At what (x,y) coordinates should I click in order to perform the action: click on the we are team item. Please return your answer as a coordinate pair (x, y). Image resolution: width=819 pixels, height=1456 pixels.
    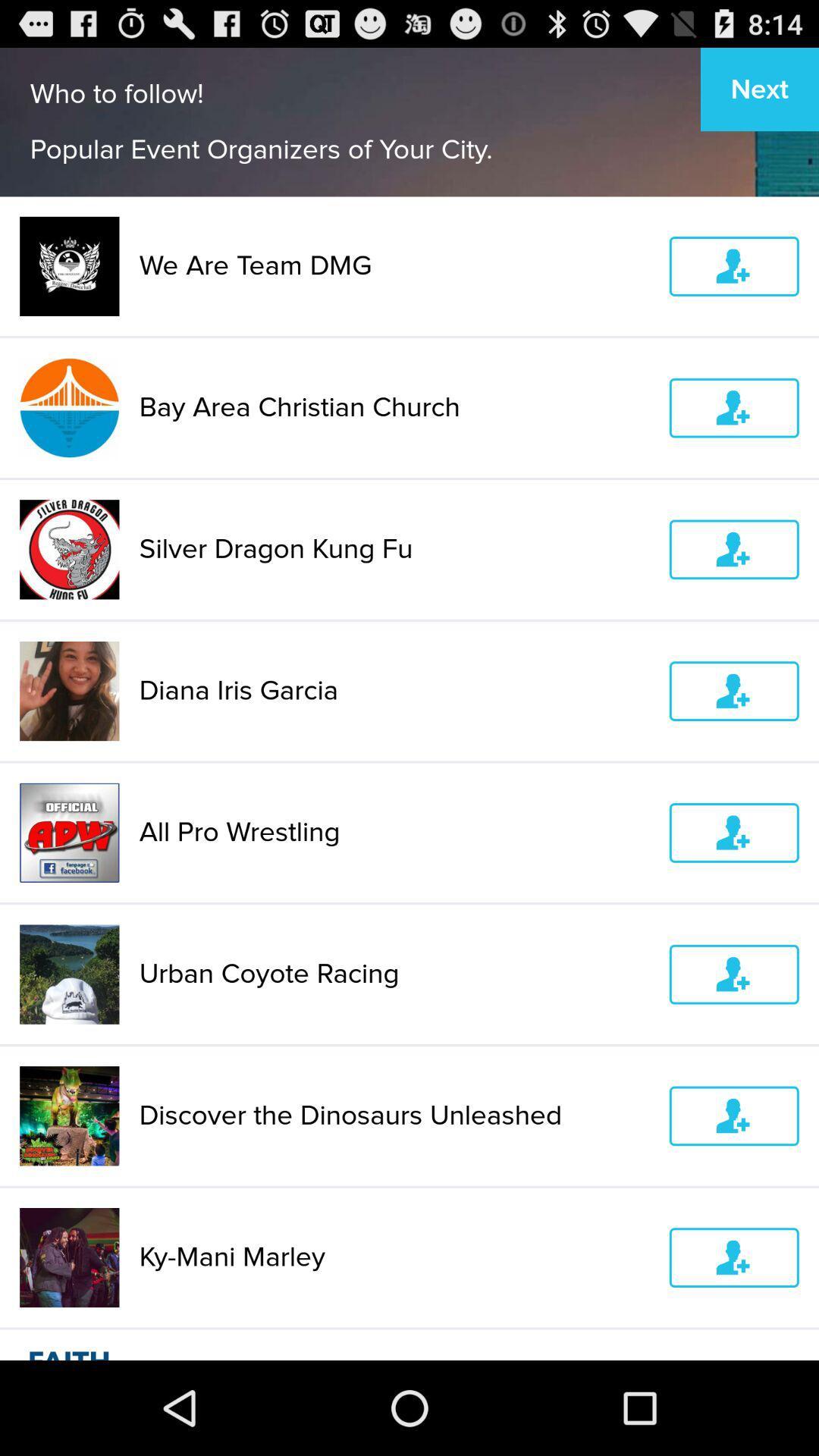
    Looking at the image, I should click on (394, 265).